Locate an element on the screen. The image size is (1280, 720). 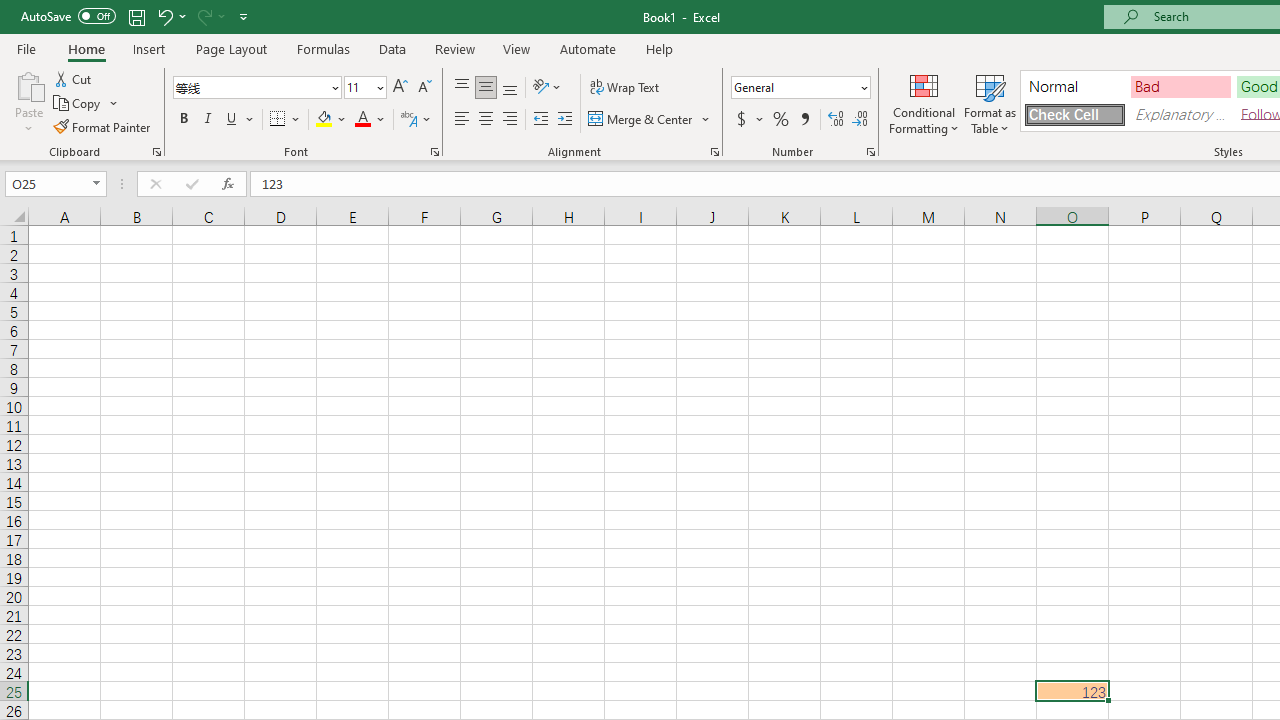
'Decrease Decimal' is located at coordinates (859, 119).